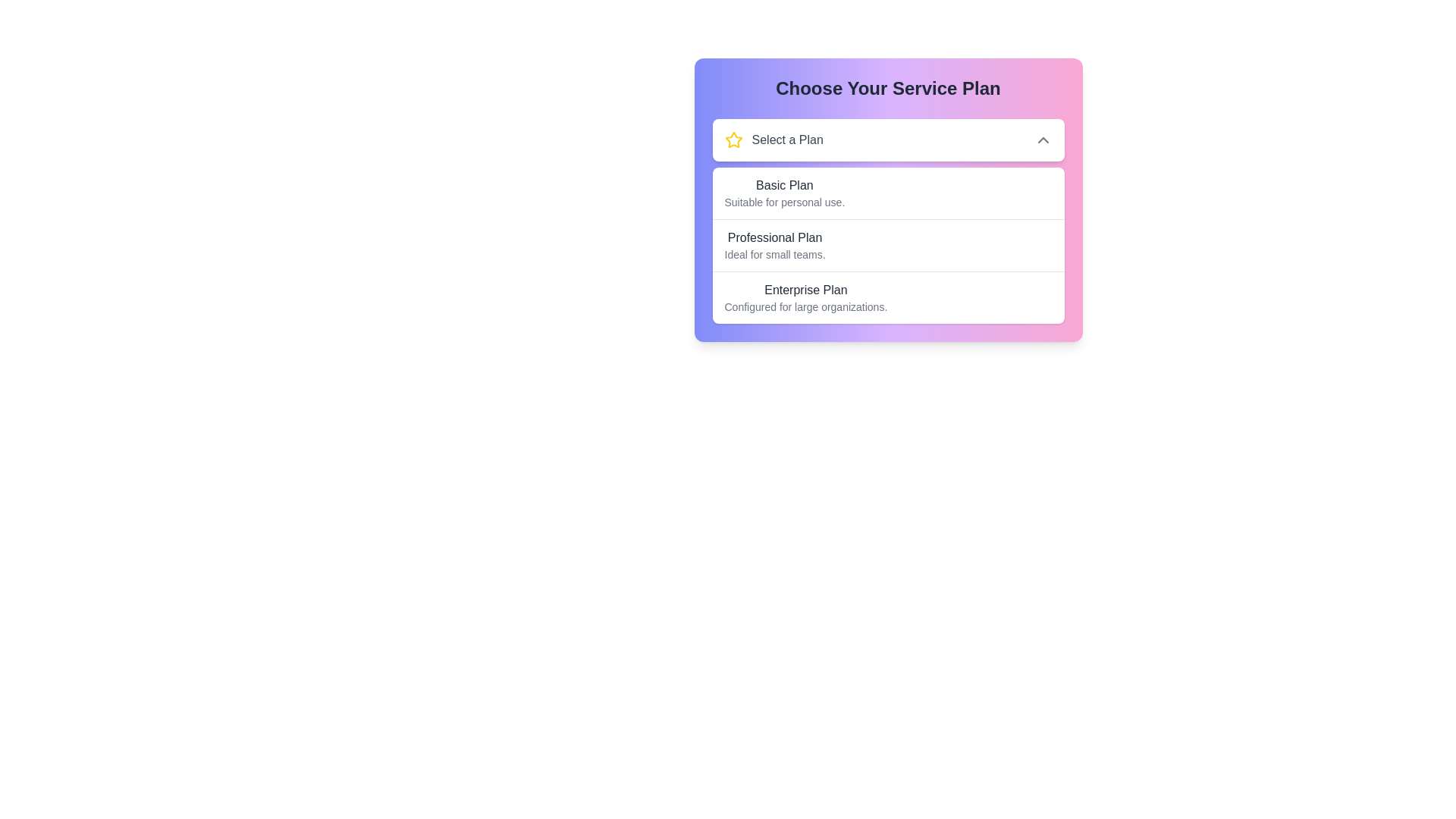 The width and height of the screenshot is (1456, 819). Describe the element at coordinates (775, 245) in the screenshot. I see `text displayed for the 'Professional Plan' option in the dropdown menu labeled 'Choose Your Service Plan'` at that location.